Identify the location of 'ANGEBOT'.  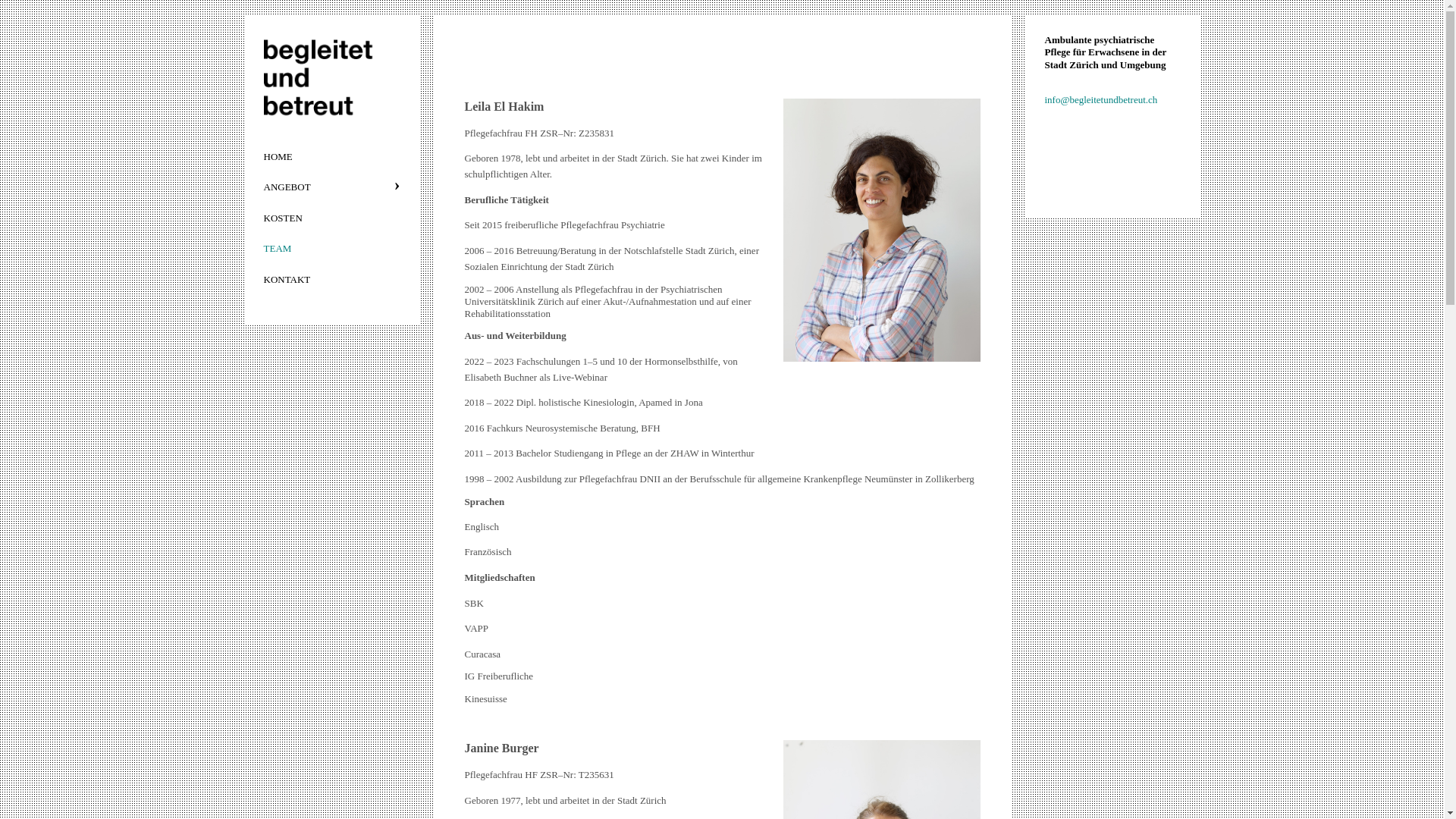
(330, 186).